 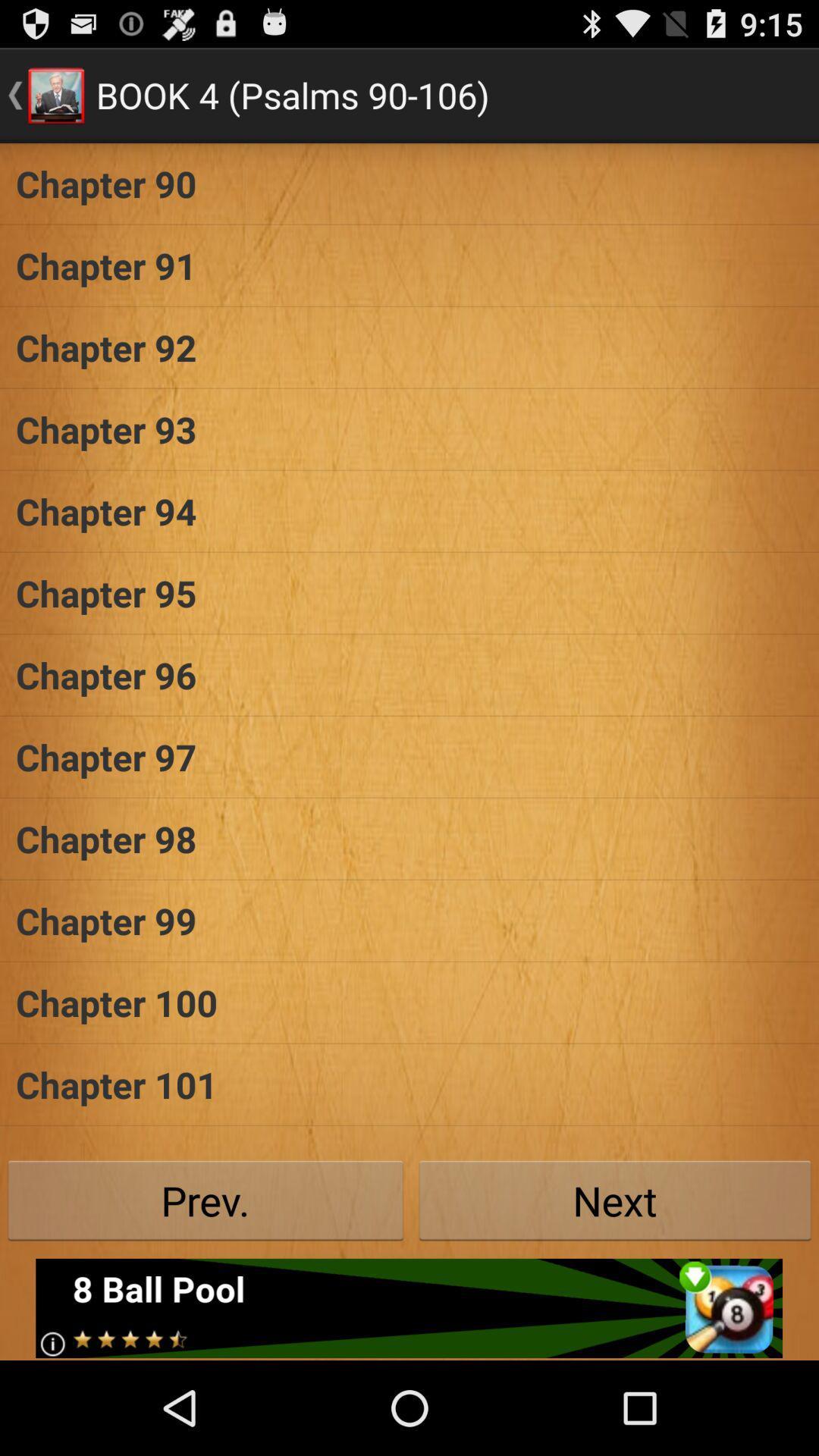 What do you see at coordinates (408, 1307) in the screenshot?
I see `click the advertisement` at bounding box center [408, 1307].